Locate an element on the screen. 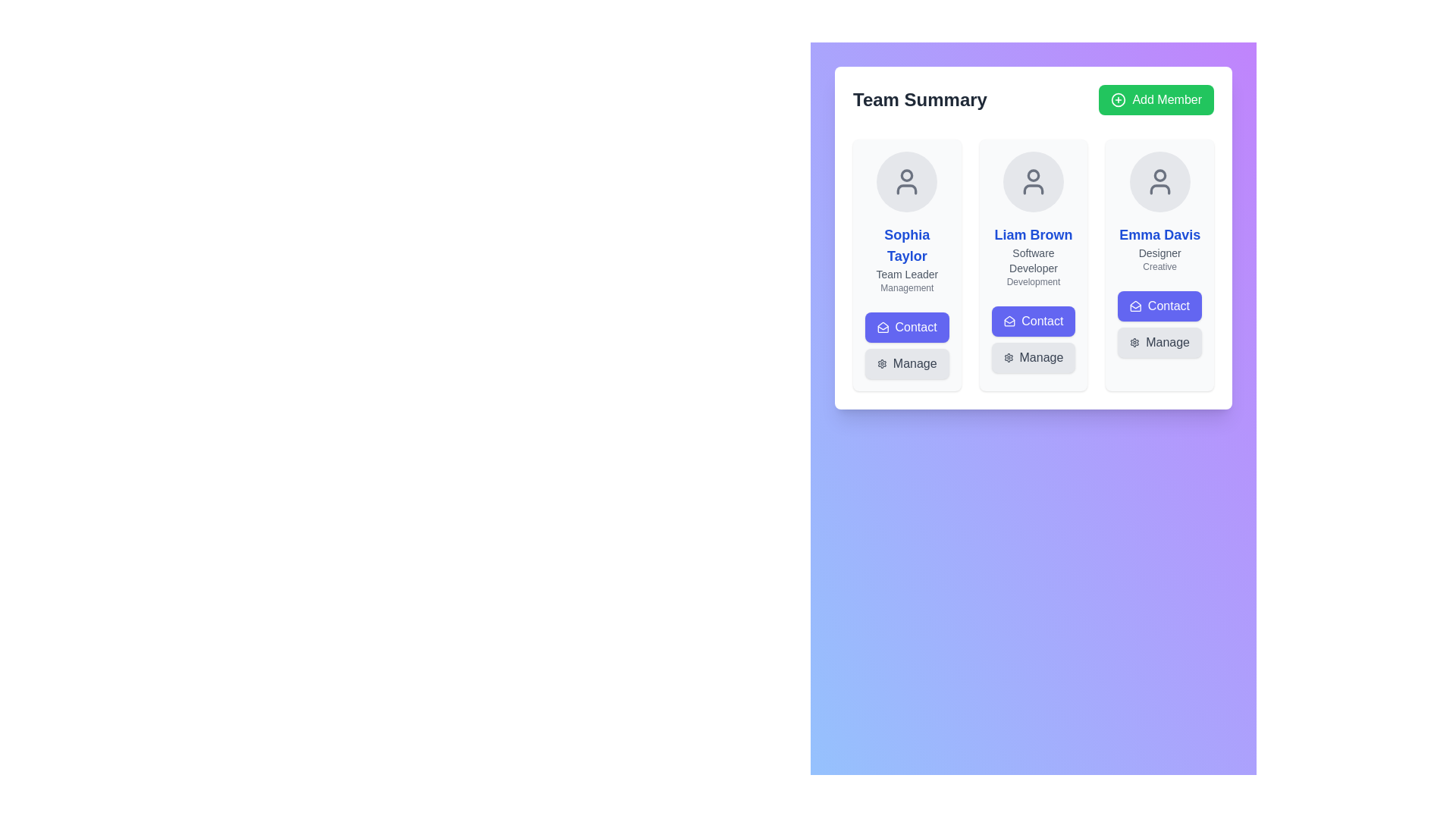 This screenshot has height=819, width=1456. the circular graphical element representing the head of the user profile icon in the third card labeled 'Emma Davis' under 'Team Summary' is located at coordinates (1159, 174).